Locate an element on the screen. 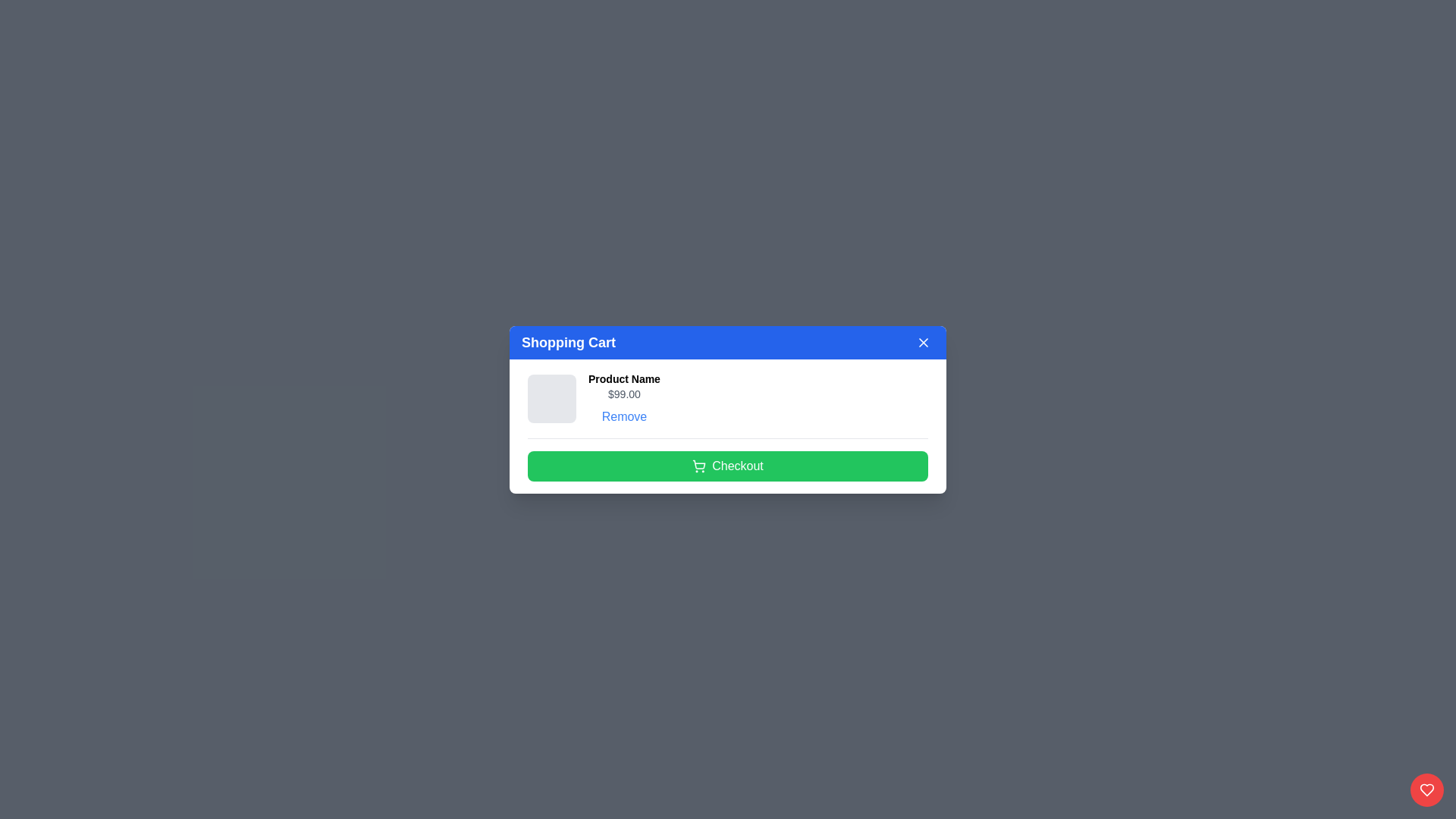 Image resolution: width=1456 pixels, height=819 pixels. the shopping cart icon element, which is a stylized outline with curved lines located on the second line of the graphic, slightly above and to the left of the wheels is located at coordinates (698, 463).